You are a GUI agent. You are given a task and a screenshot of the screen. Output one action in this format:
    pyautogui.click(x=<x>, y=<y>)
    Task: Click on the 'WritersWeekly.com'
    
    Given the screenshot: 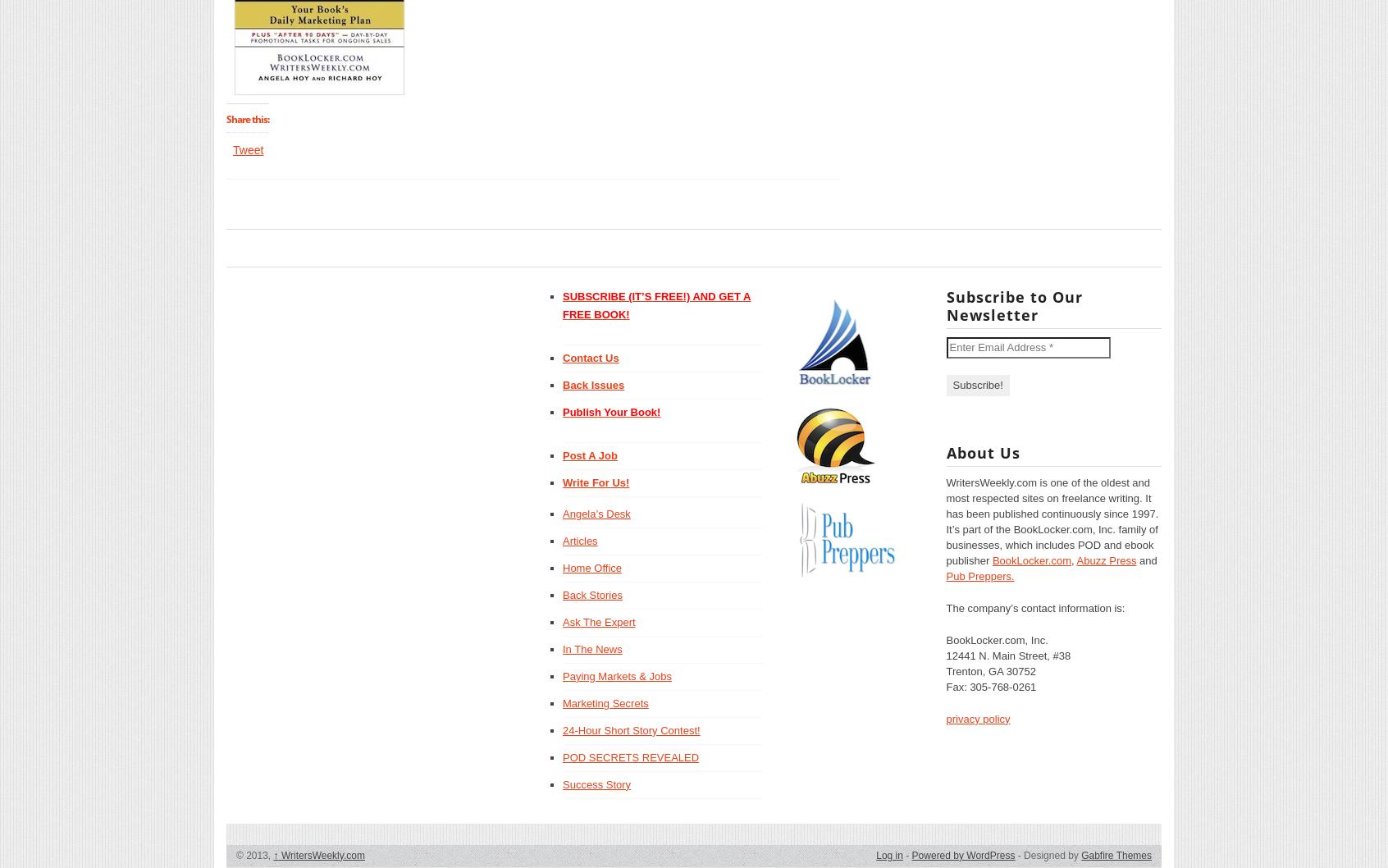 What is the action you would take?
    pyautogui.click(x=321, y=854)
    